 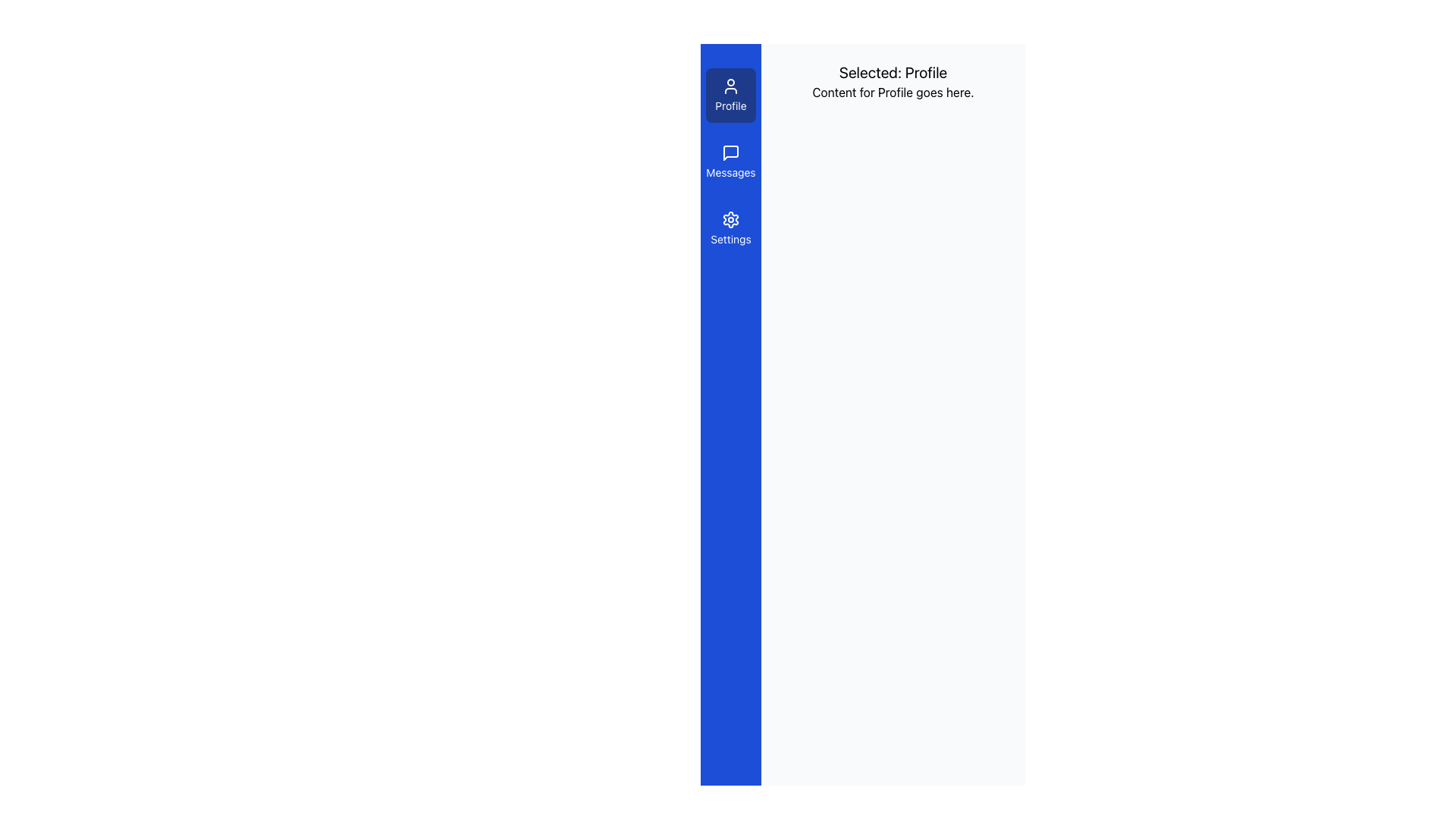 I want to click on the 'Settings' button with a gear icon located in the left sidebar, so click(x=731, y=228).